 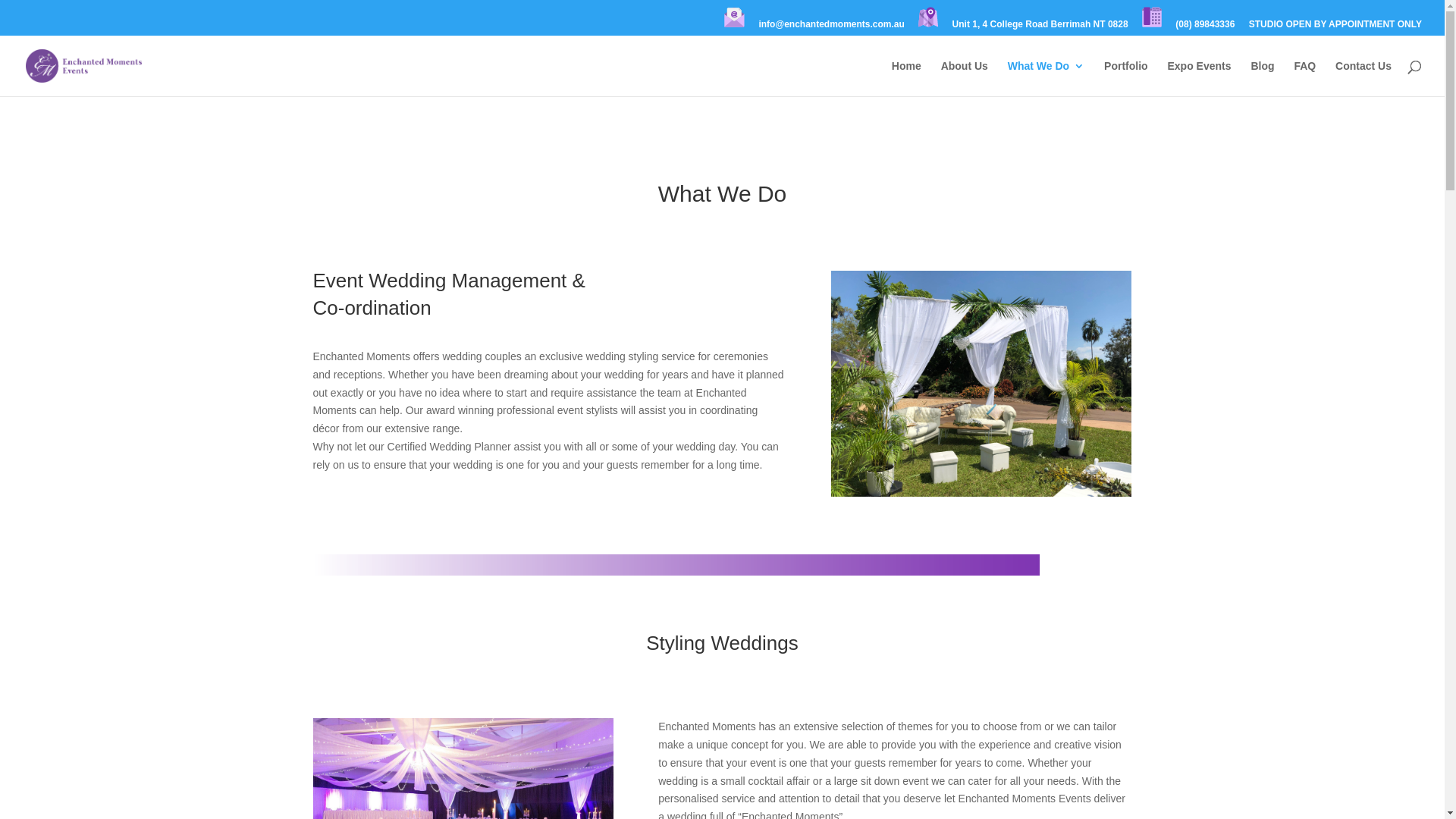 What do you see at coordinates (1203, 27) in the screenshot?
I see `'(08) 89843336'` at bounding box center [1203, 27].